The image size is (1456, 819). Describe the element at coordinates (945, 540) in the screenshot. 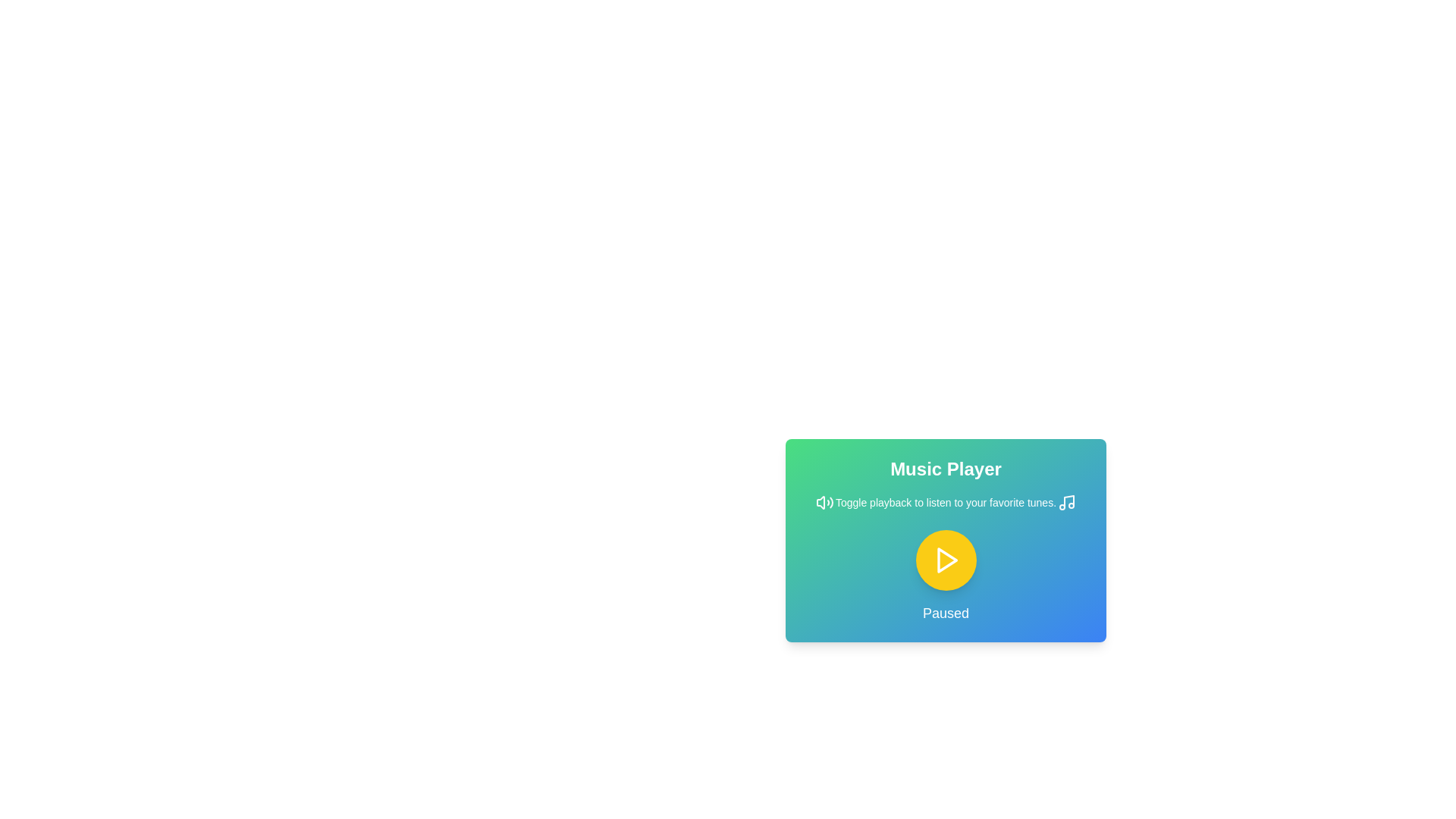

I see `the play button located in the music player UI module` at that location.